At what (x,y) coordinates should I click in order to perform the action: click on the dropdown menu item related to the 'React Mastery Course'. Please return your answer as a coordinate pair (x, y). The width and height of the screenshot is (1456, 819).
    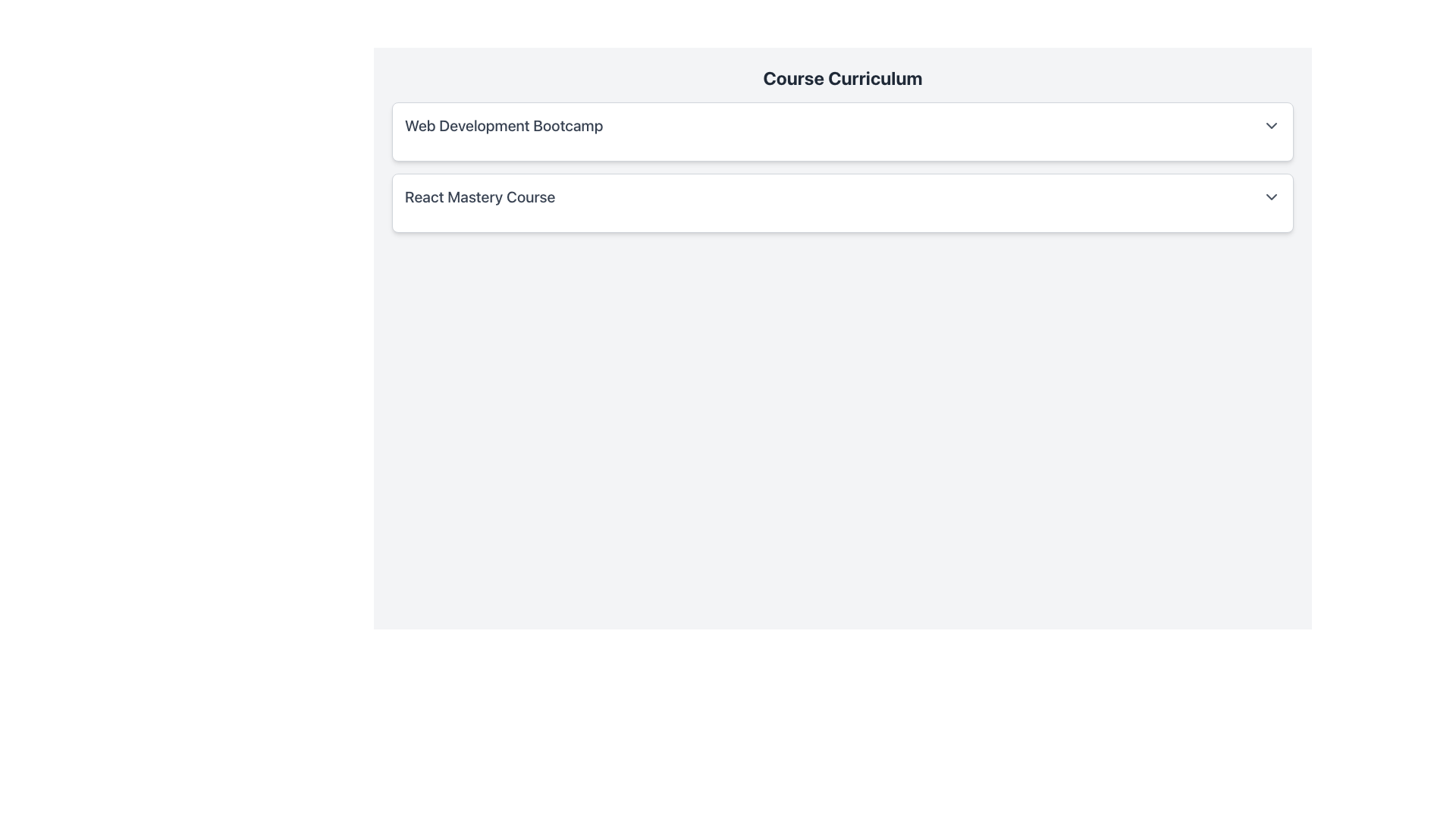
    Looking at the image, I should click on (842, 196).